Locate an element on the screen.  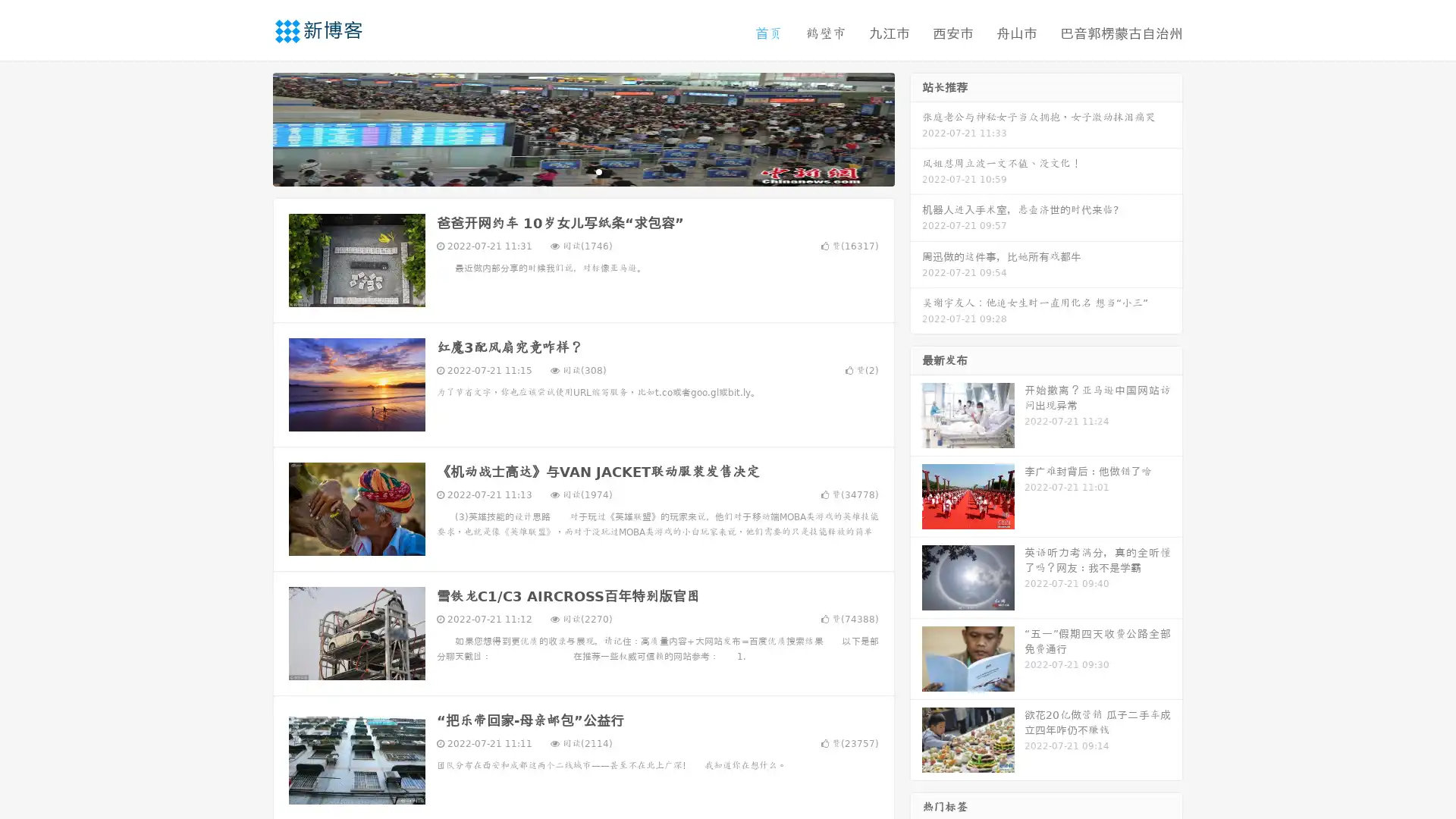
Go to slide 2 is located at coordinates (582, 171).